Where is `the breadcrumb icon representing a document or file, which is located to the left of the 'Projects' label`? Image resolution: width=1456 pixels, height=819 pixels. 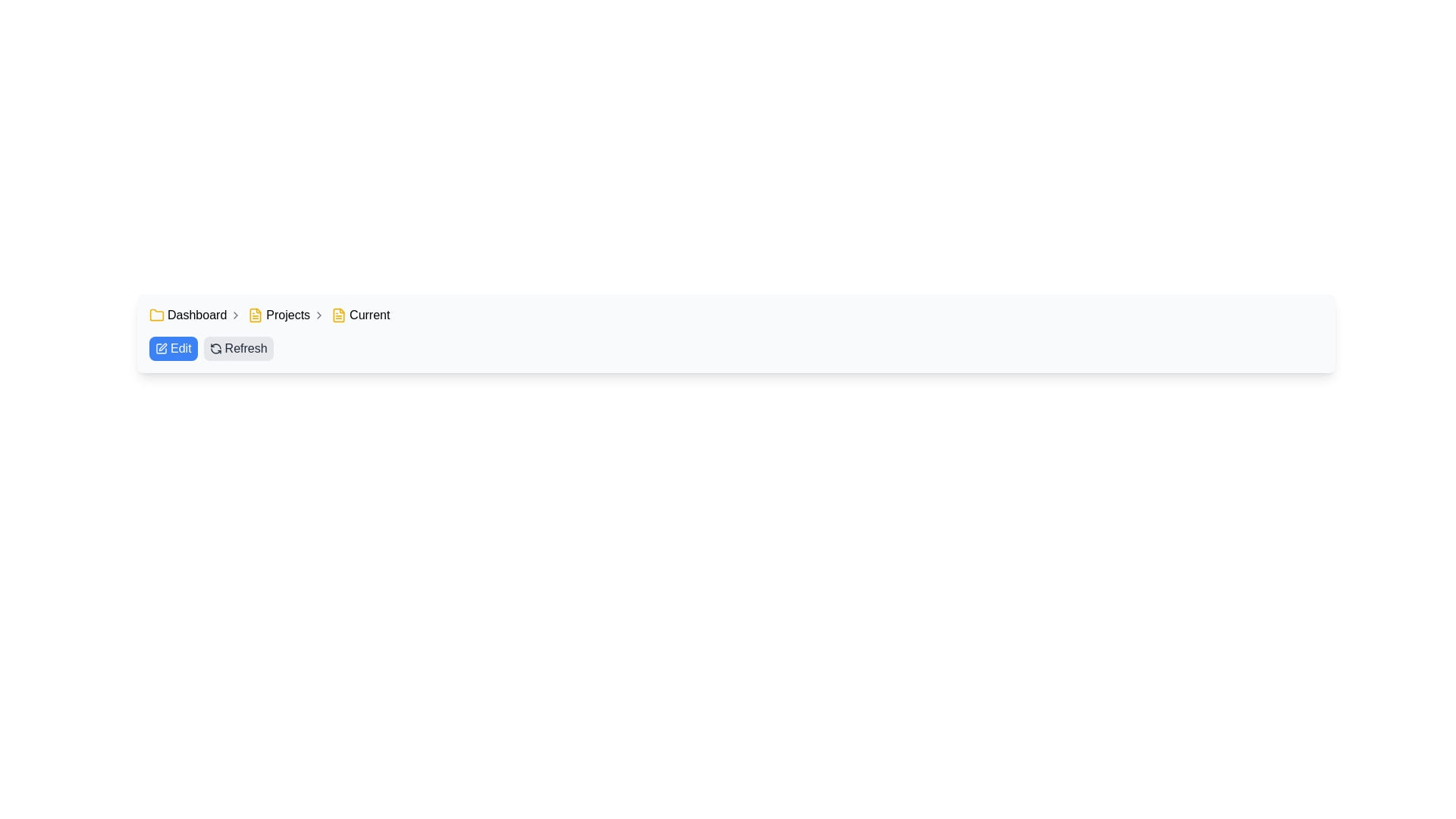
the breadcrumb icon representing a document or file, which is located to the left of the 'Projects' label is located at coordinates (256, 315).